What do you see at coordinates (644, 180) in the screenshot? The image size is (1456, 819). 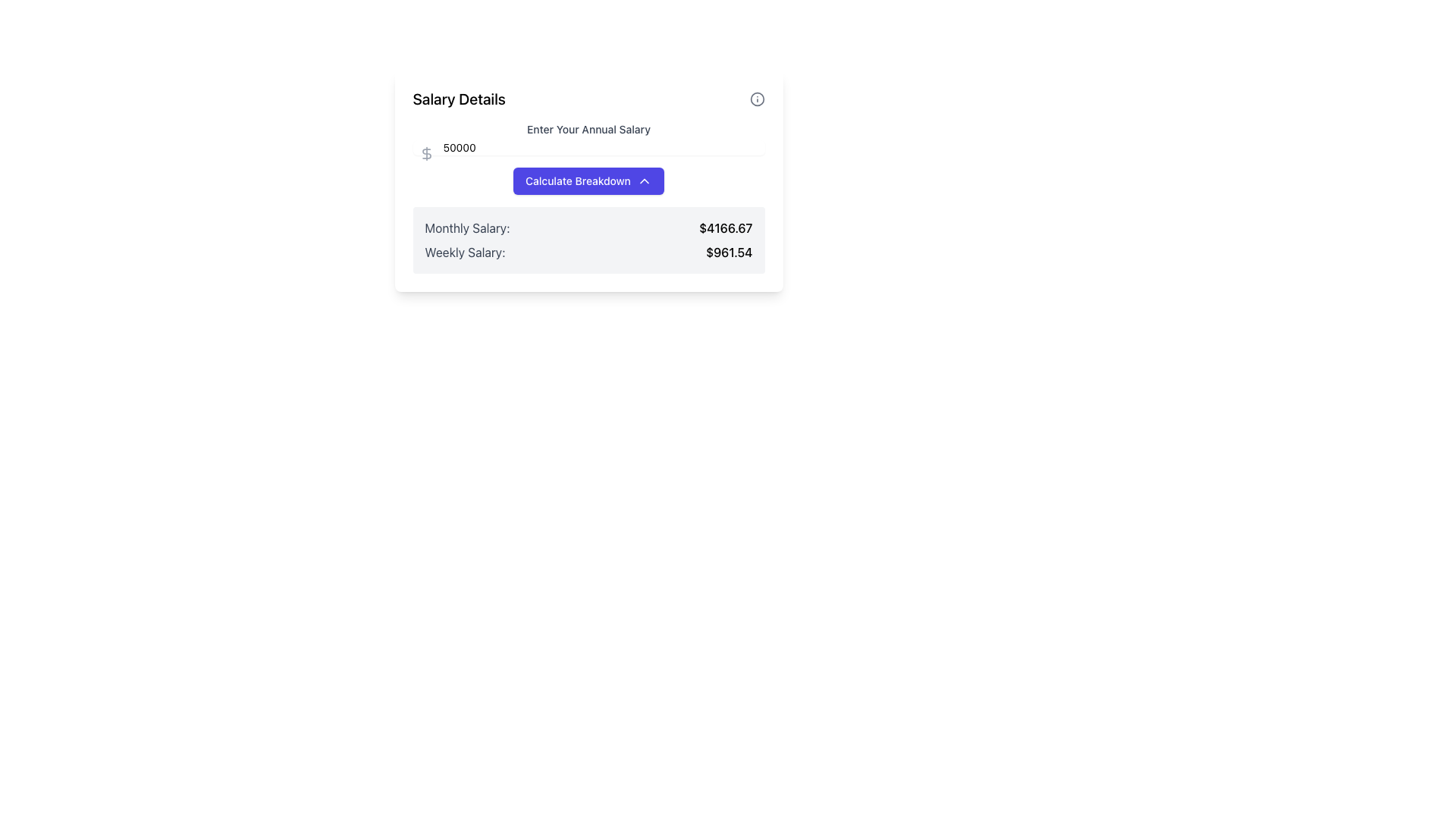 I see `the downward-pointing chevron icon located to the right of the text 'Calculate Breakdown' within the blue button` at bounding box center [644, 180].